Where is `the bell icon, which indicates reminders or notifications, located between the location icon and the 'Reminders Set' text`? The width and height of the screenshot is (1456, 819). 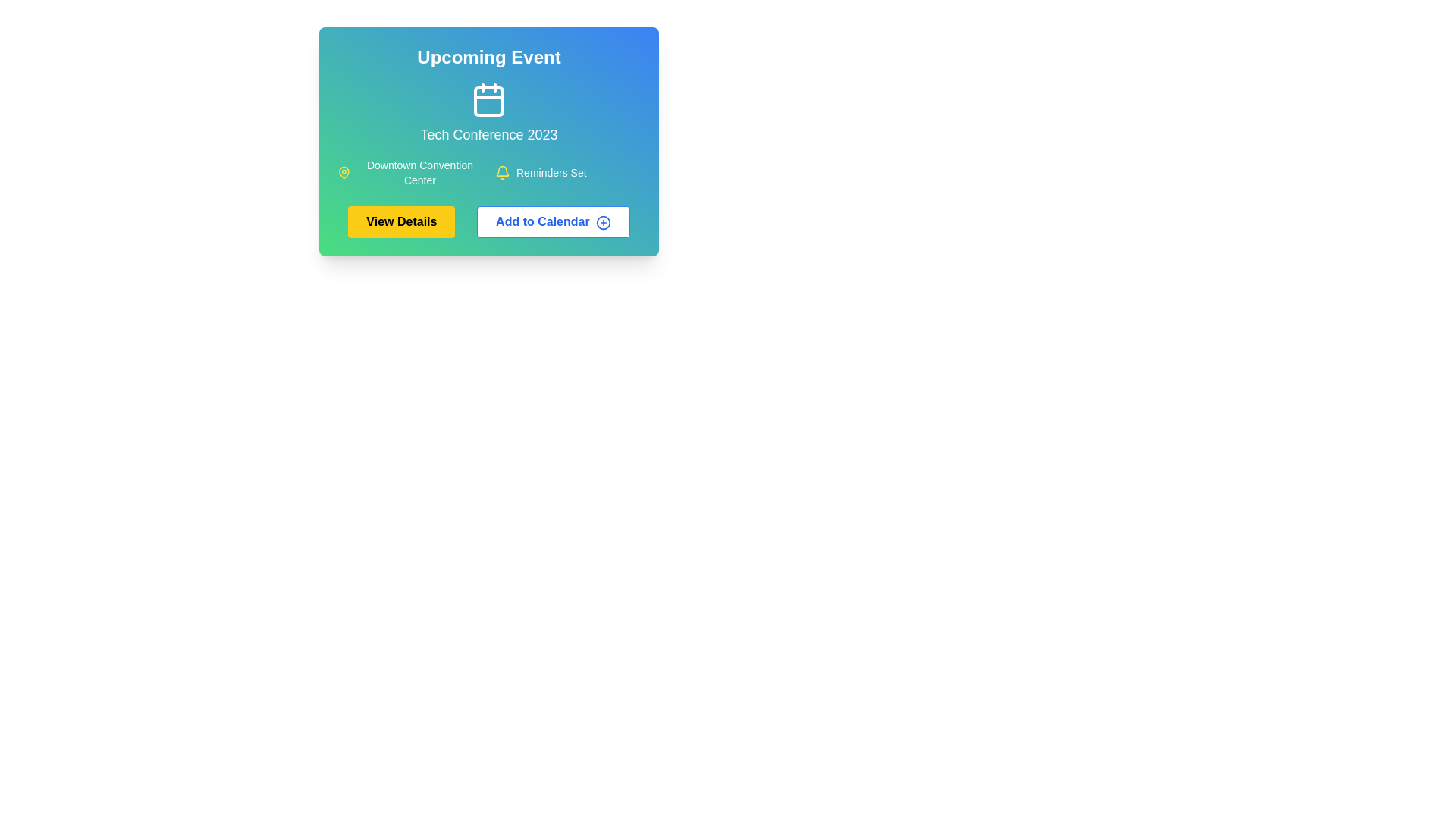
the bell icon, which indicates reminders or notifications, located between the location icon and the 'Reminders Set' text is located at coordinates (502, 171).